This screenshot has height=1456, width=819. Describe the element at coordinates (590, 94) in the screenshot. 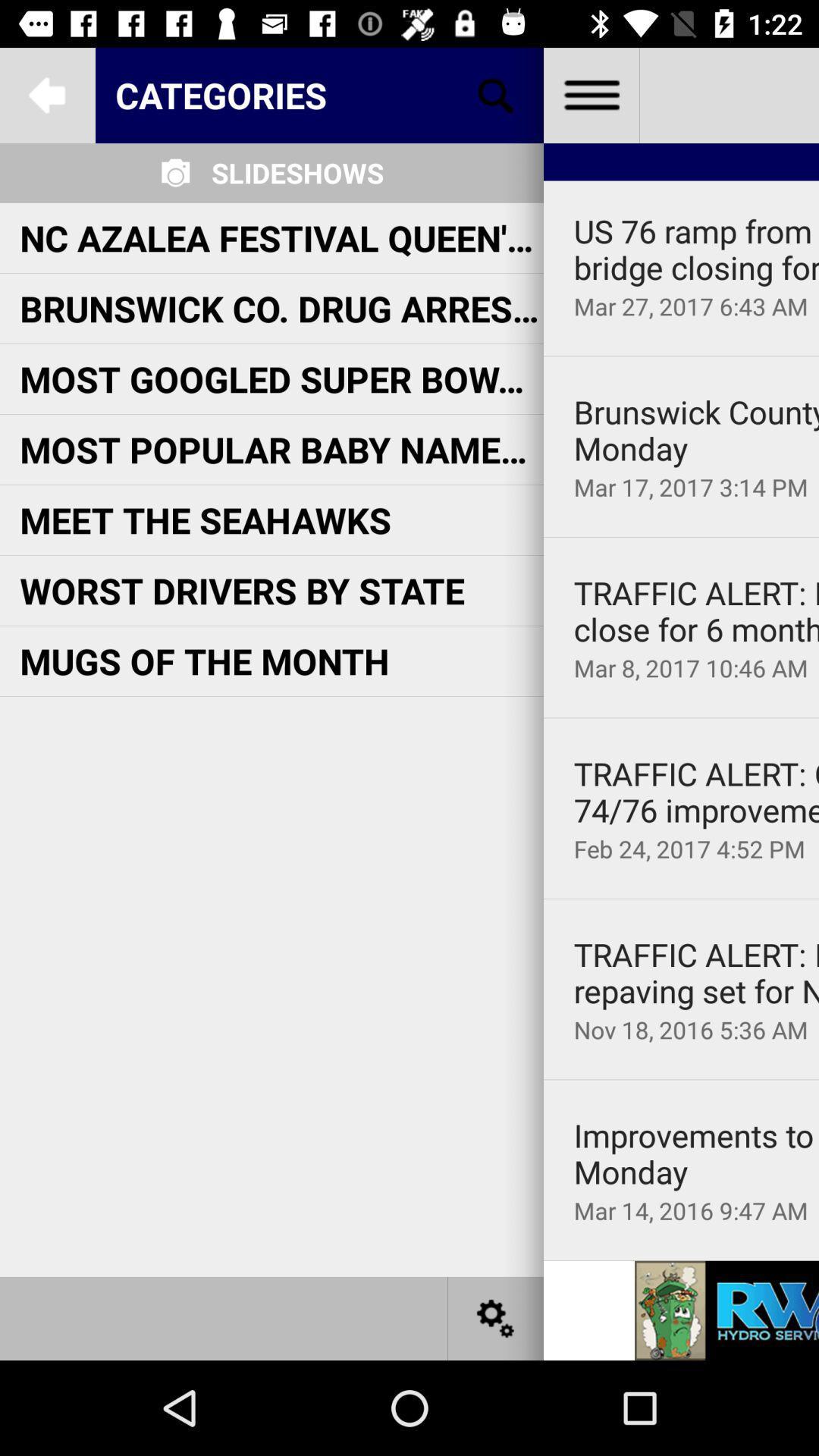

I see `the menu icon` at that location.